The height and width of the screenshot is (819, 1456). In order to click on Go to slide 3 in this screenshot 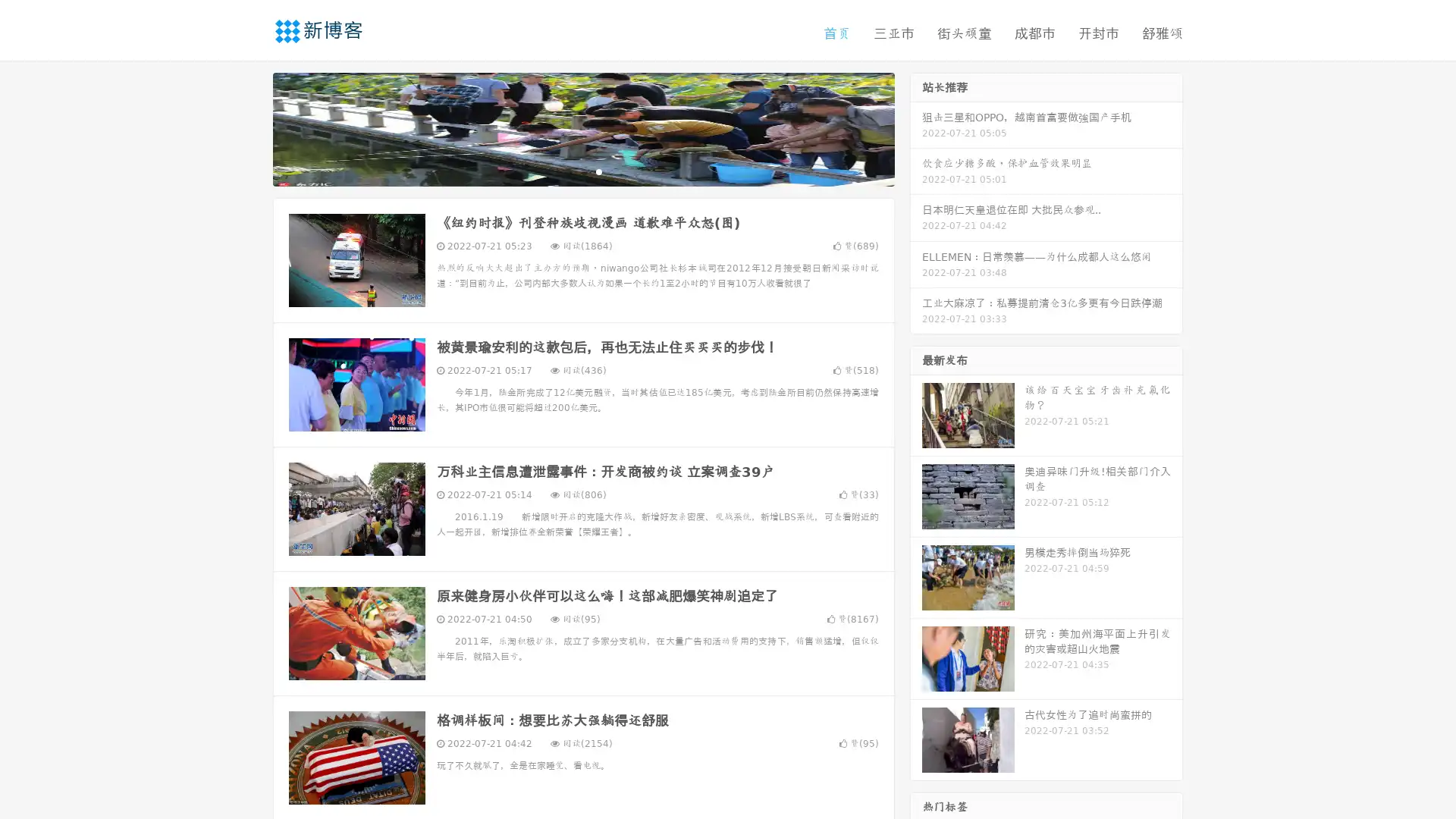, I will do `click(598, 171)`.